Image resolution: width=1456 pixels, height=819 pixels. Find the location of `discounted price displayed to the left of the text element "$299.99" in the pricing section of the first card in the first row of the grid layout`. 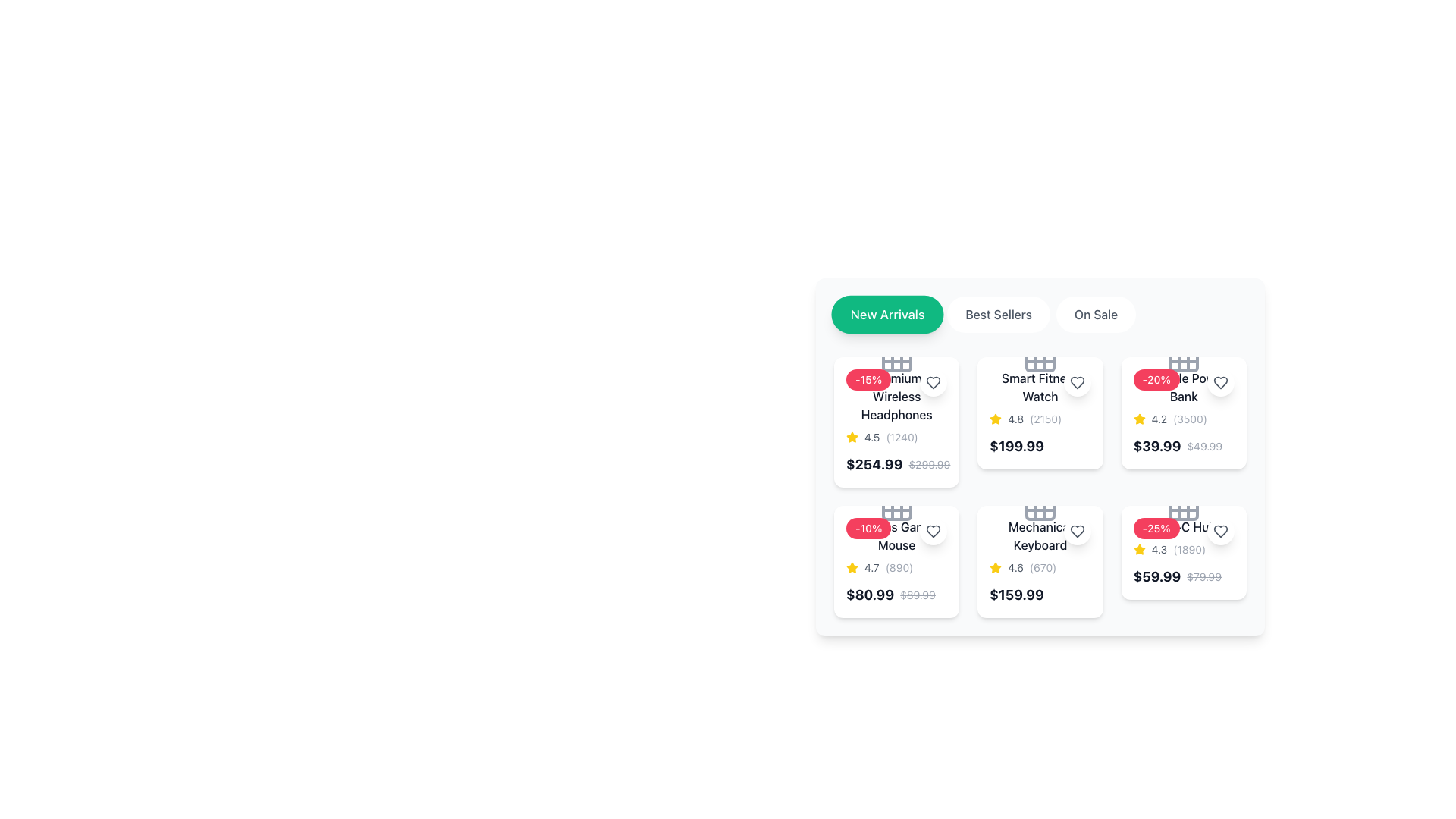

discounted price displayed to the left of the text element "$299.99" in the pricing section of the first card in the first row of the grid layout is located at coordinates (874, 464).